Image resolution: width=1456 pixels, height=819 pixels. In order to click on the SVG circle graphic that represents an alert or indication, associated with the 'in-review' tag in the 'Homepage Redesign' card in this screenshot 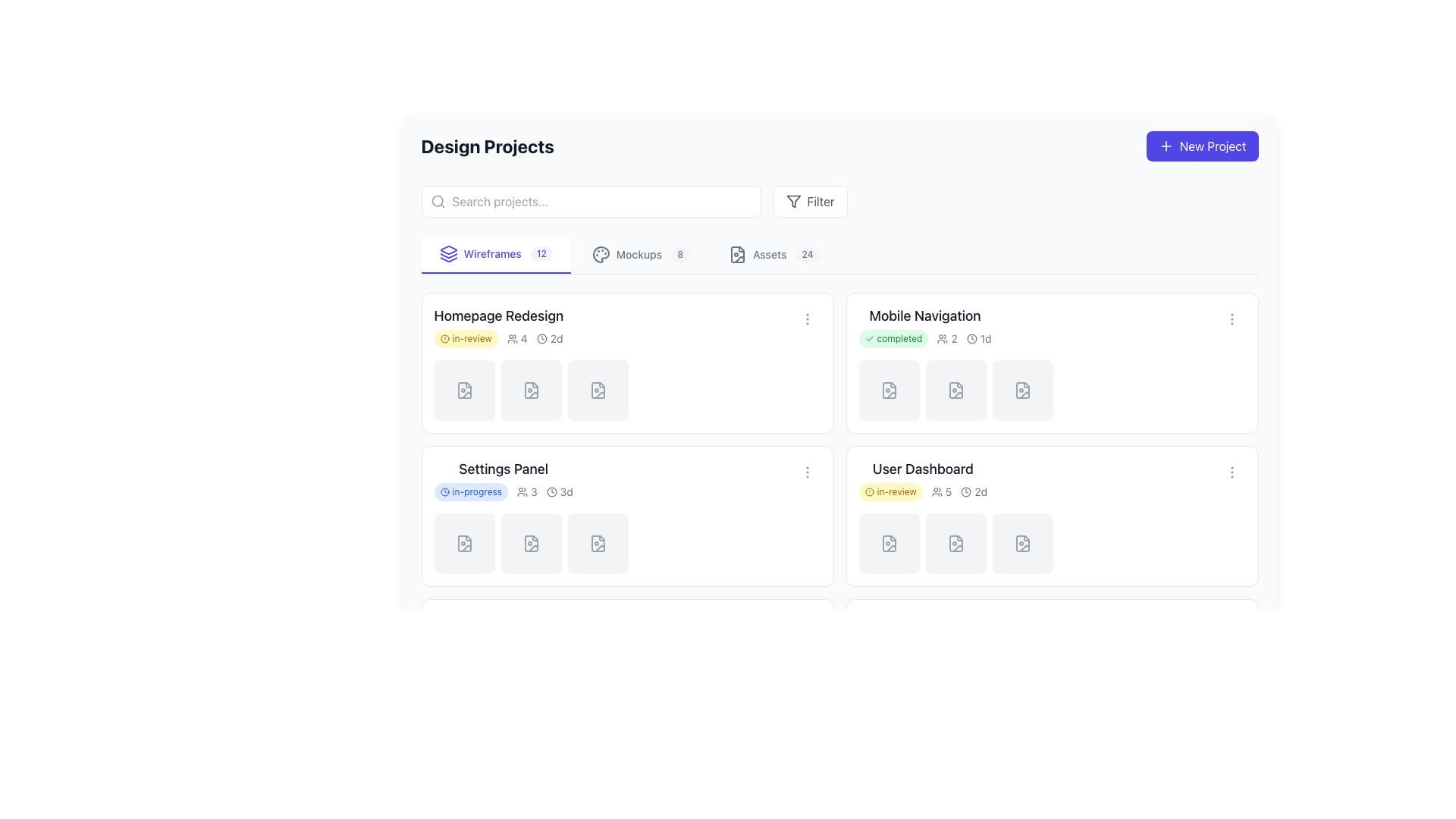, I will do `click(444, 338)`.